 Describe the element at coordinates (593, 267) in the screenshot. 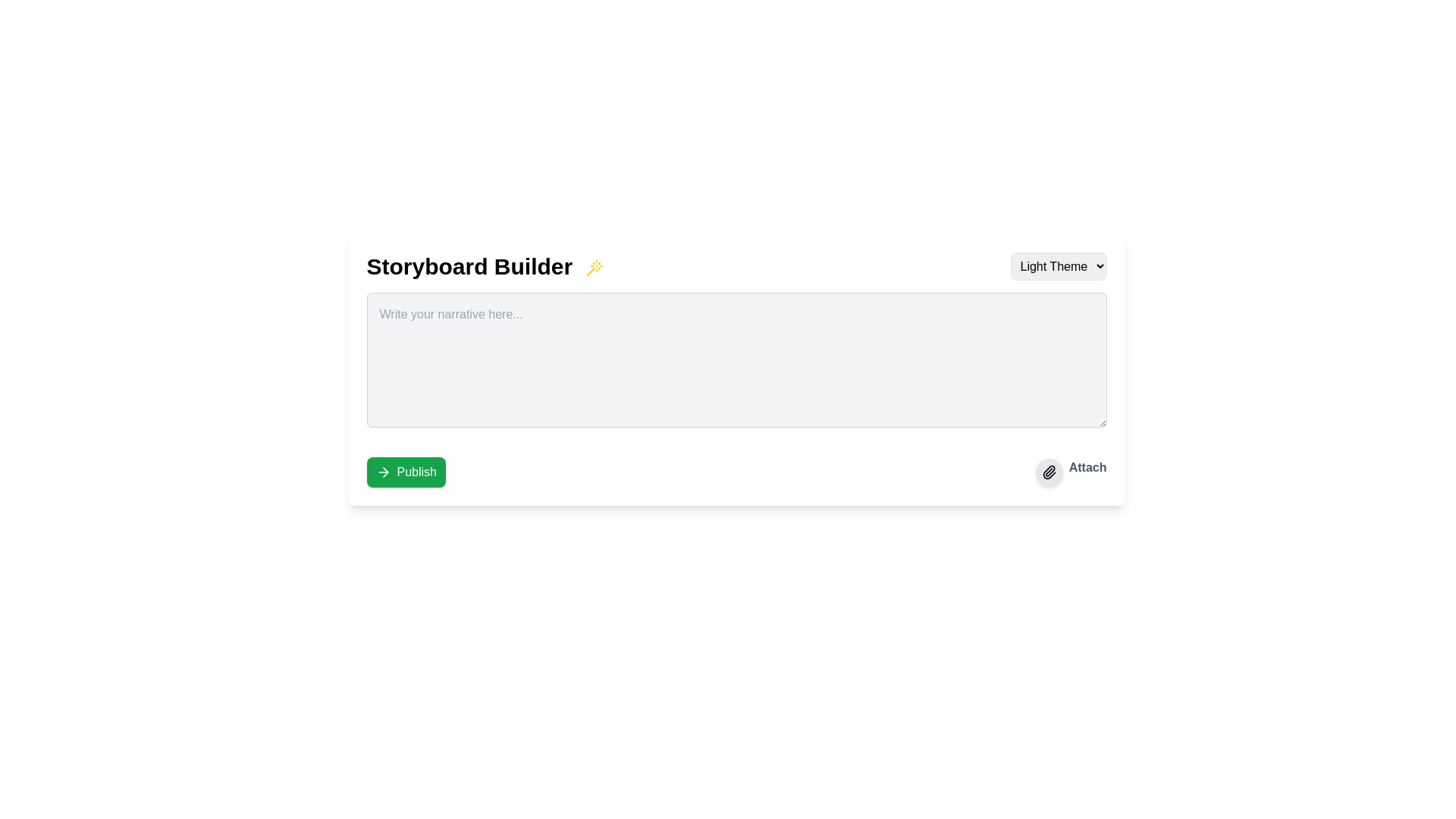

I see `the yellow wand icon located inline with the text 'Storyboard Builder' at the specified coordinates` at that location.